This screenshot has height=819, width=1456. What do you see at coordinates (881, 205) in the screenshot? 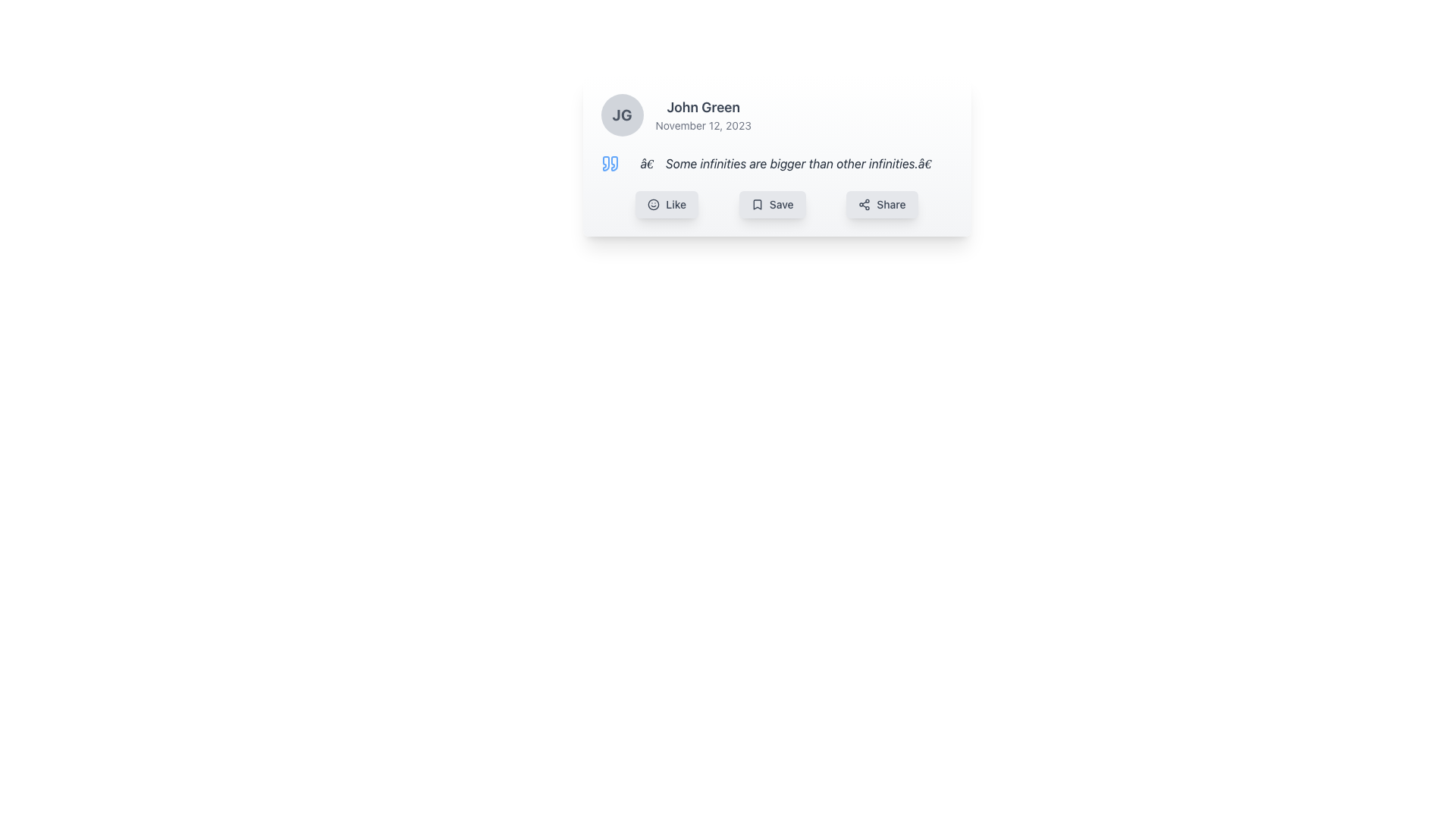
I see `the 'Share' button, which is the third button` at bounding box center [881, 205].